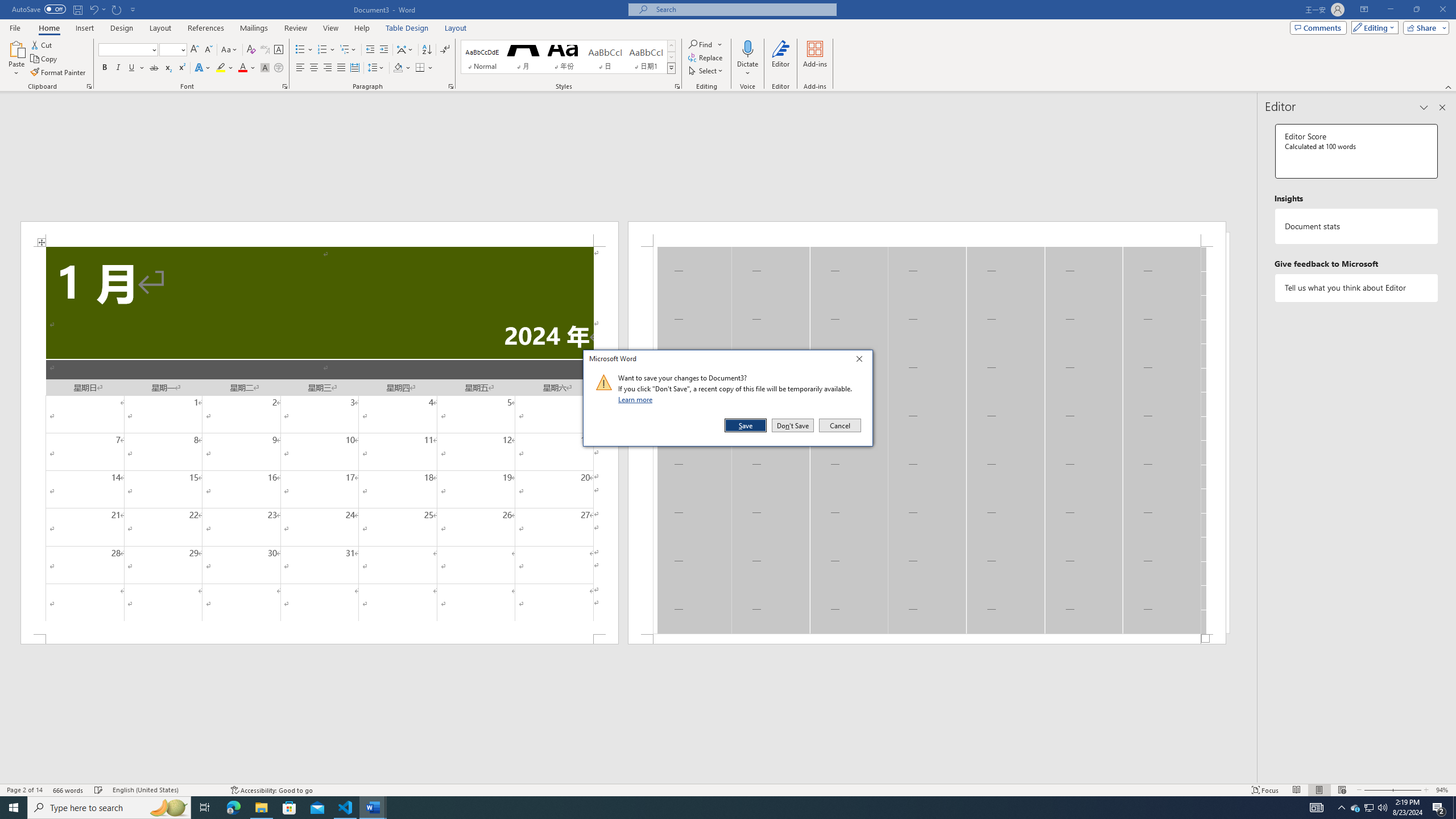  I want to click on 'Shrink Font', so click(208, 49).